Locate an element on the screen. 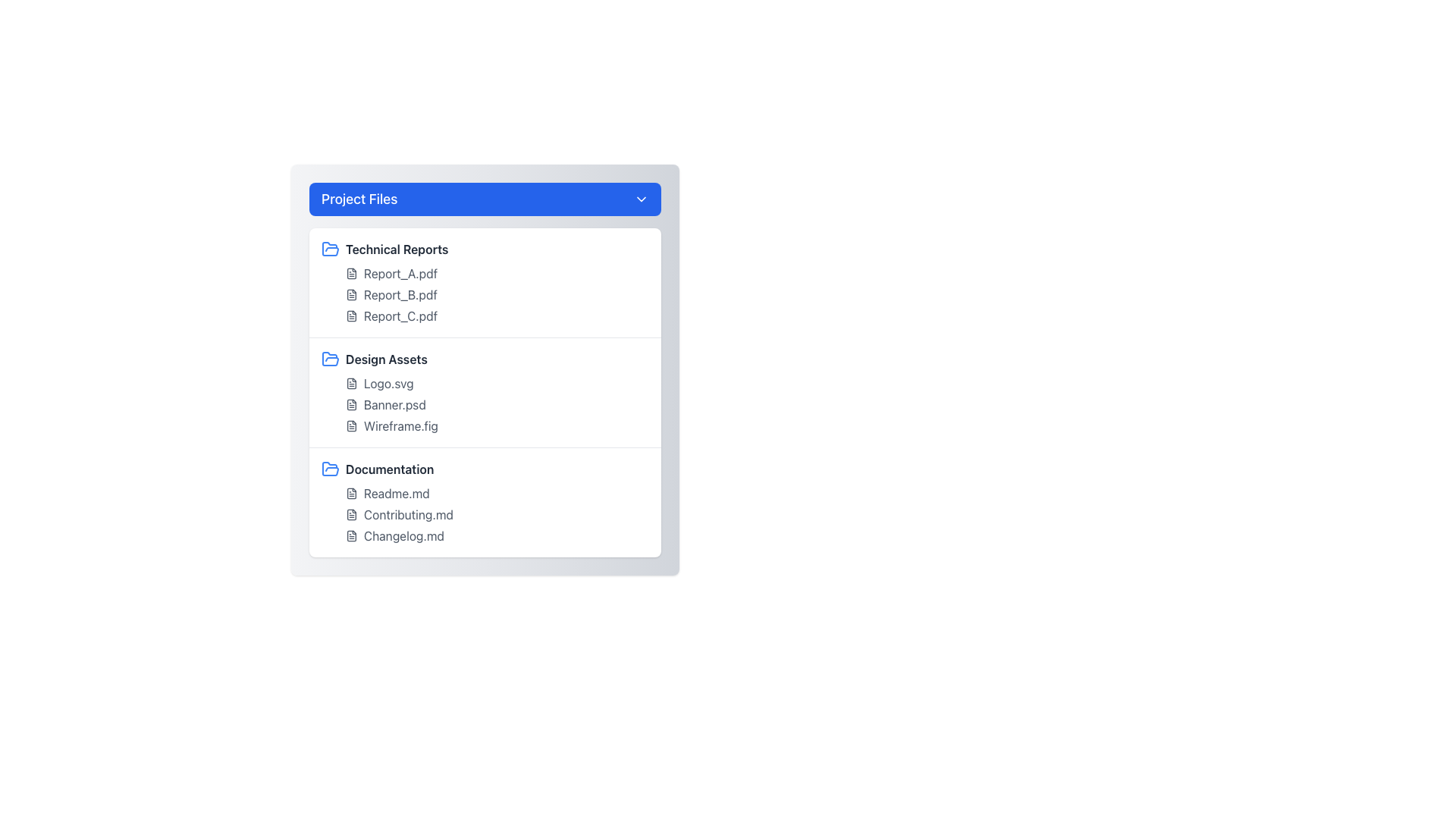  the open folder icon located to the left of the 'Documentation' text in the 'Project Files' section is located at coordinates (330, 468).